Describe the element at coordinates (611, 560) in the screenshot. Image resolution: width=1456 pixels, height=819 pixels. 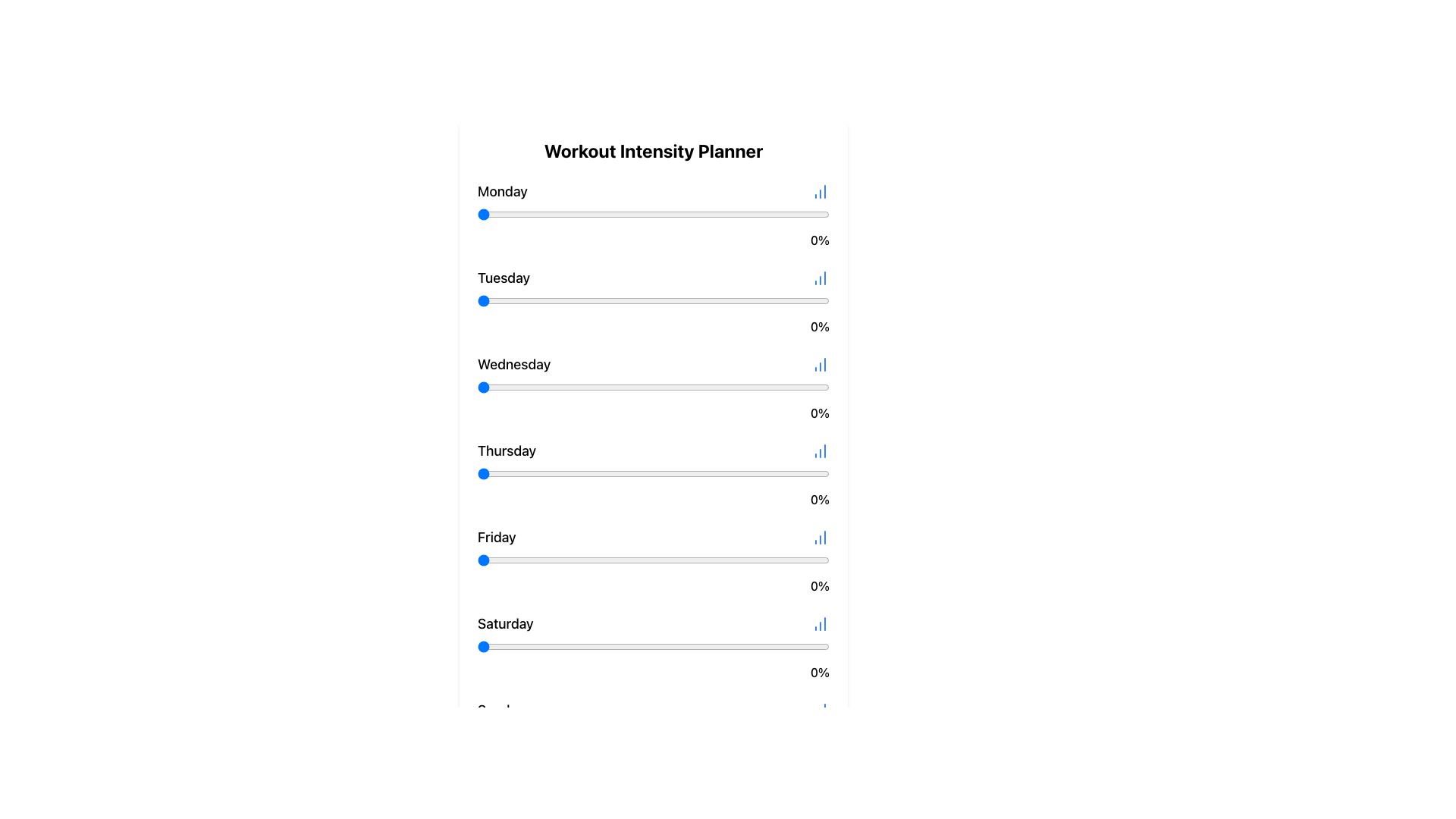
I see `the Friday intensity` at that location.